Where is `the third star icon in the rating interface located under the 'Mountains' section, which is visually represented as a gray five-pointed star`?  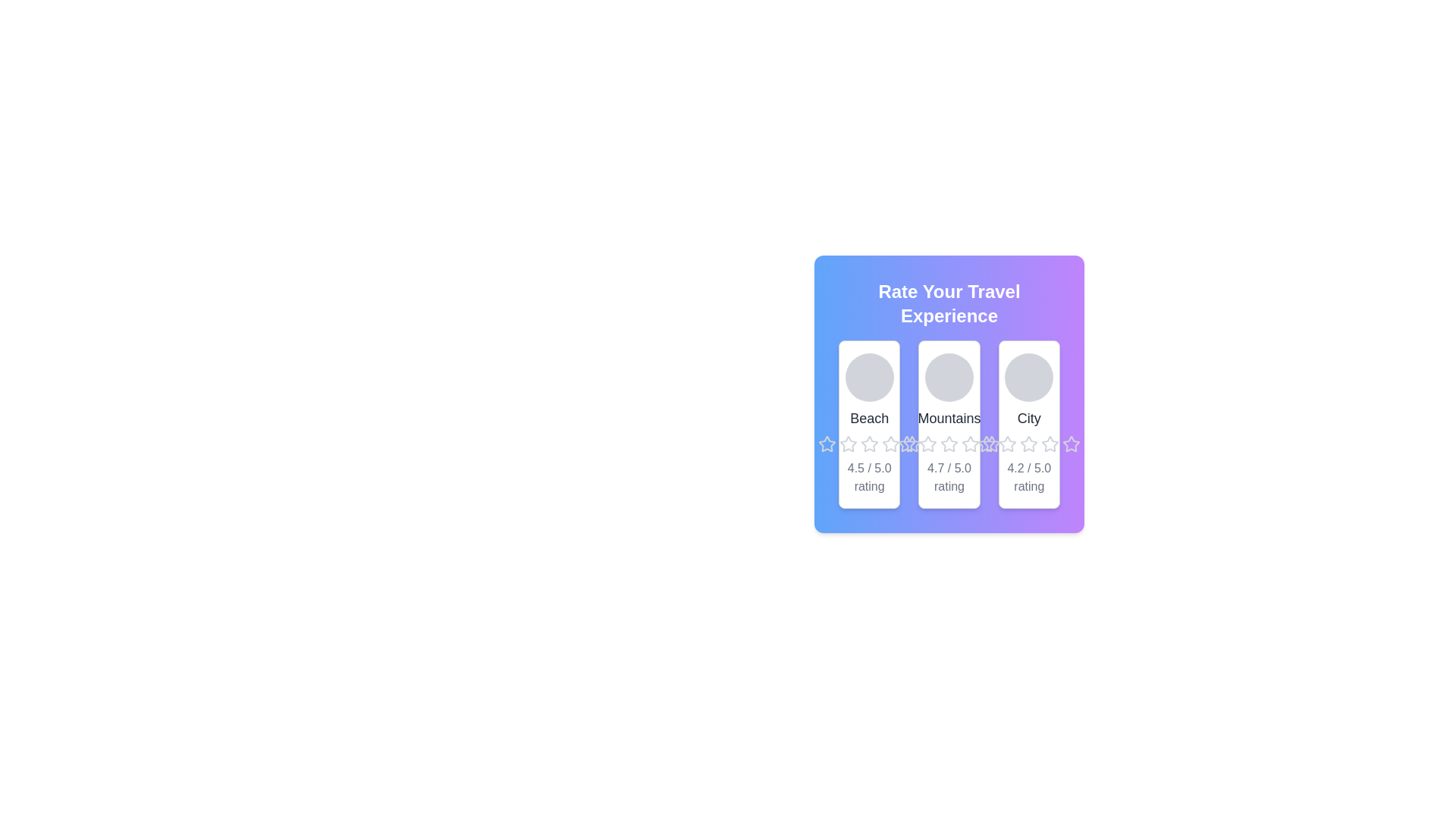 the third star icon in the rating interface located under the 'Mountains' section, which is visually represented as a gray five-pointed star is located at coordinates (927, 444).